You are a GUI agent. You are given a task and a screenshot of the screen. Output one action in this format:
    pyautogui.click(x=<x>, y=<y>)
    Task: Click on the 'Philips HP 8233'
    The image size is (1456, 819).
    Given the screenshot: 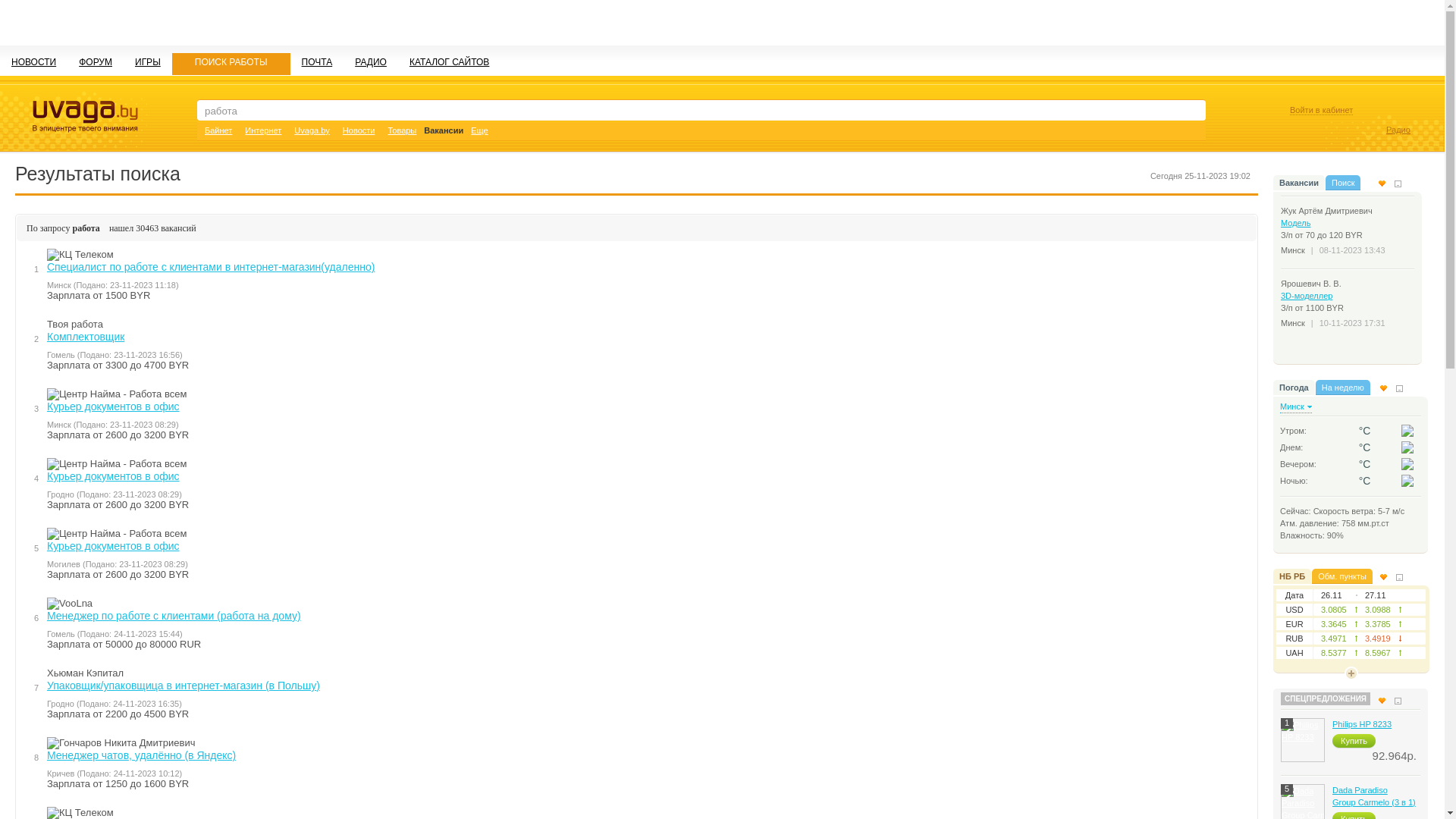 What is the action you would take?
    pyautogui.click(x=1361, y=723)
    